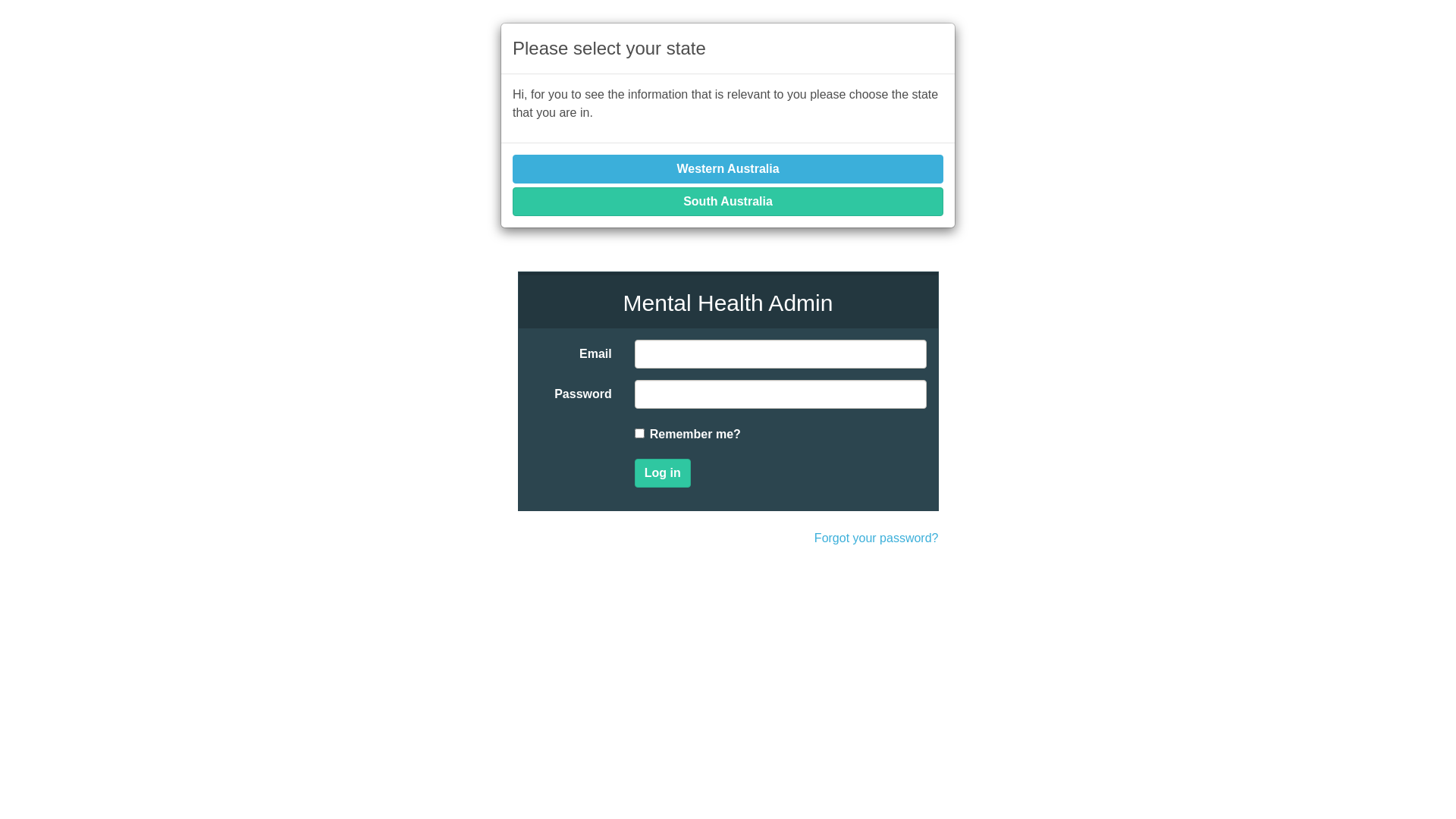 The width and height of the screenshot is (1456, 819). What do you see at coordinates (877, 537) in the screenshot?
I see `'Forgot your password?'` at bounding box center [877, 537].